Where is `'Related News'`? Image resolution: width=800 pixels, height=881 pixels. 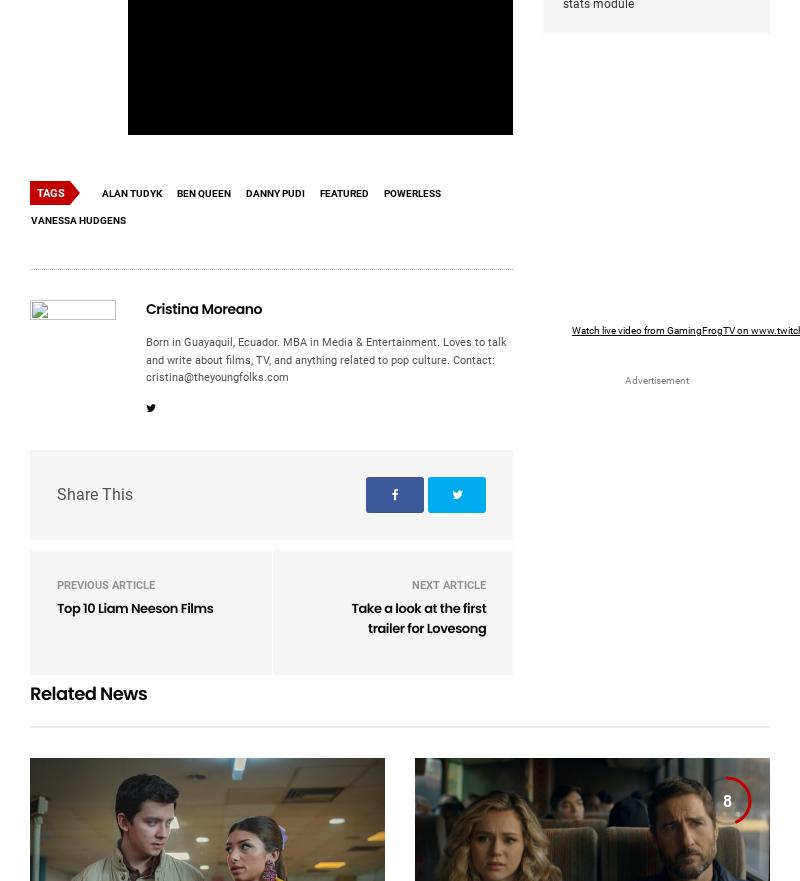
'Related News' is located at coordinates (30, 693).